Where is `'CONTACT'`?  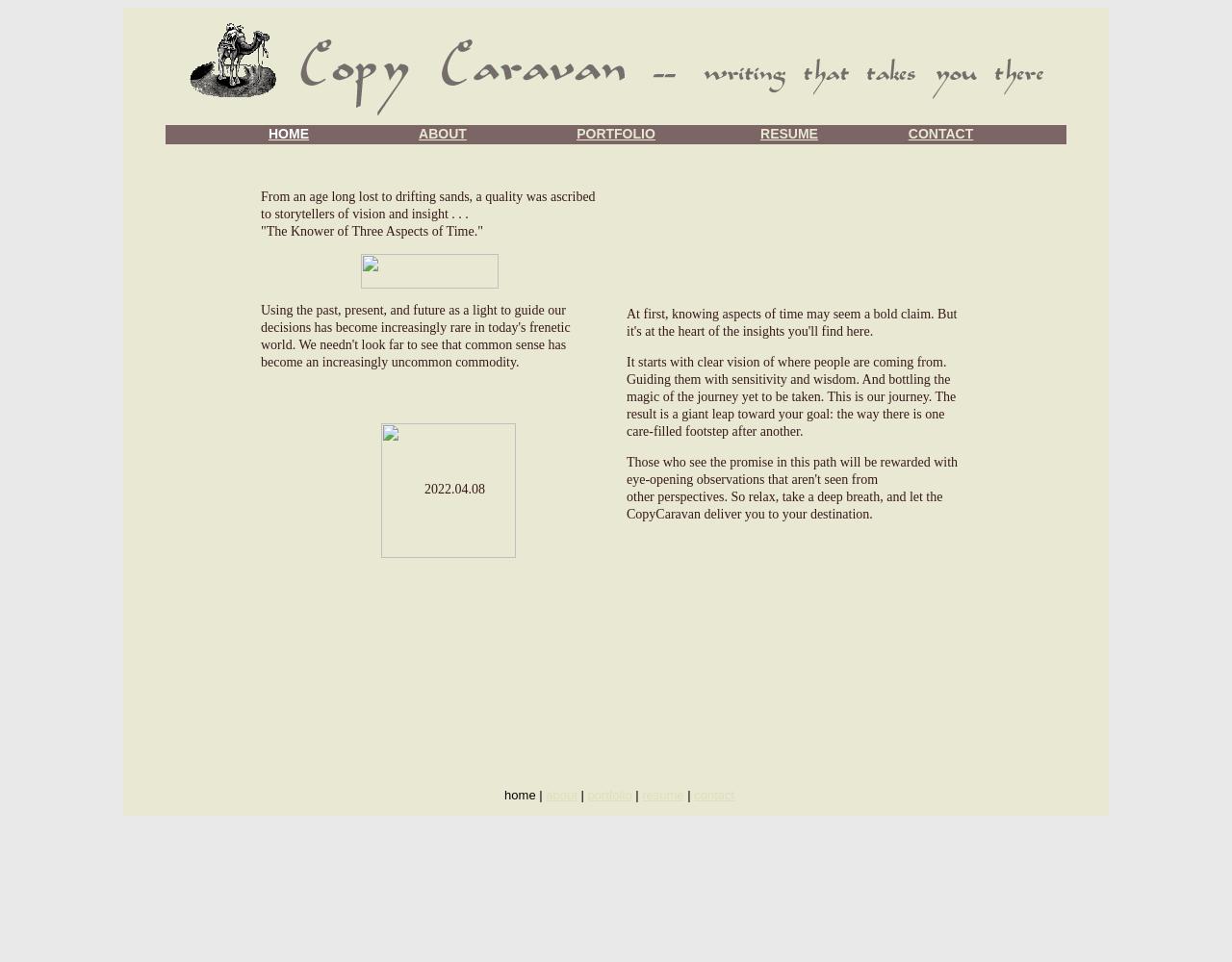
'CONTACT' is located at coordinates (906, 134).